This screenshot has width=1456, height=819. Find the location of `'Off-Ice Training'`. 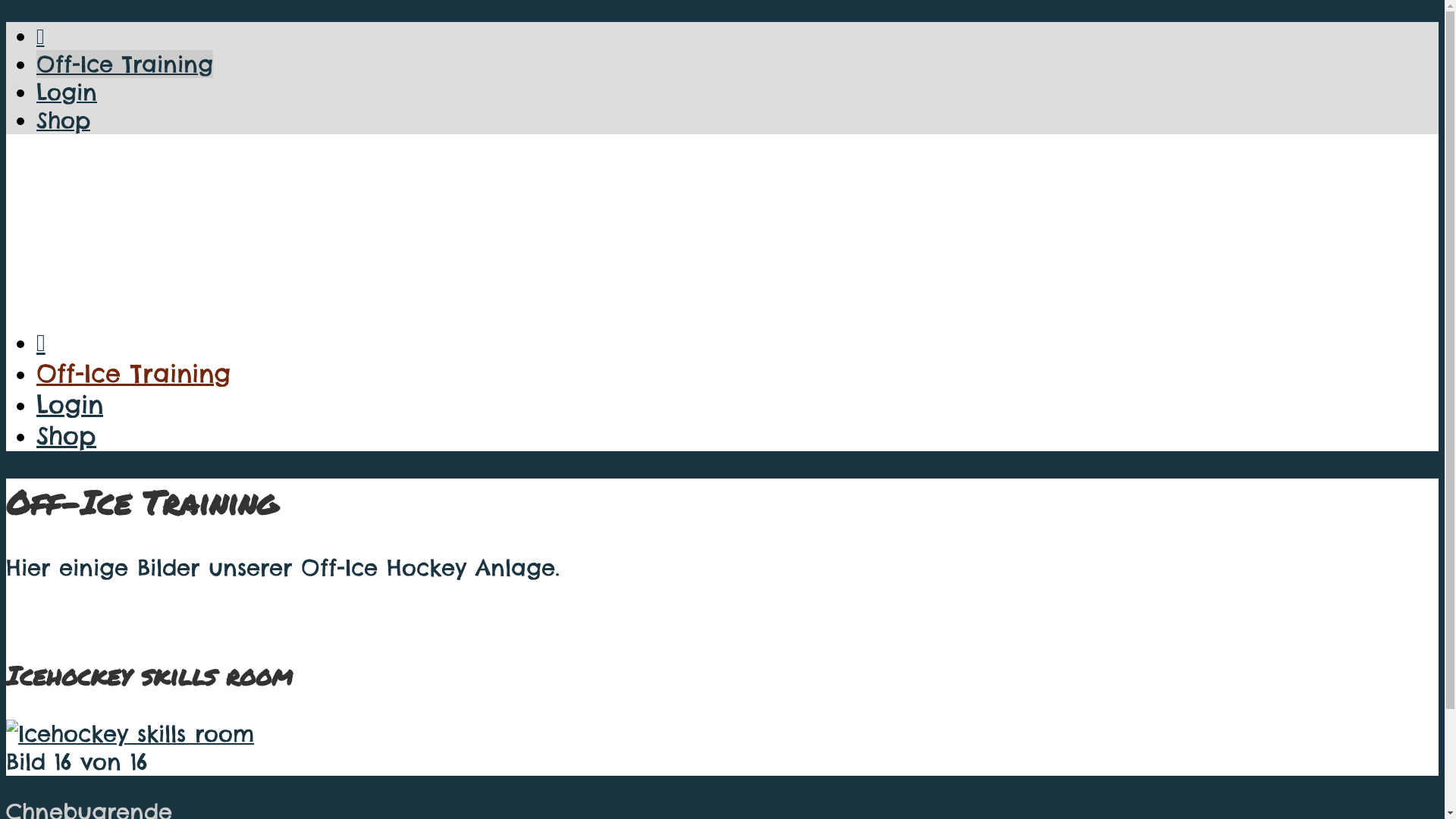

'Off-Ice Training' is located at coordinates (124, 63).